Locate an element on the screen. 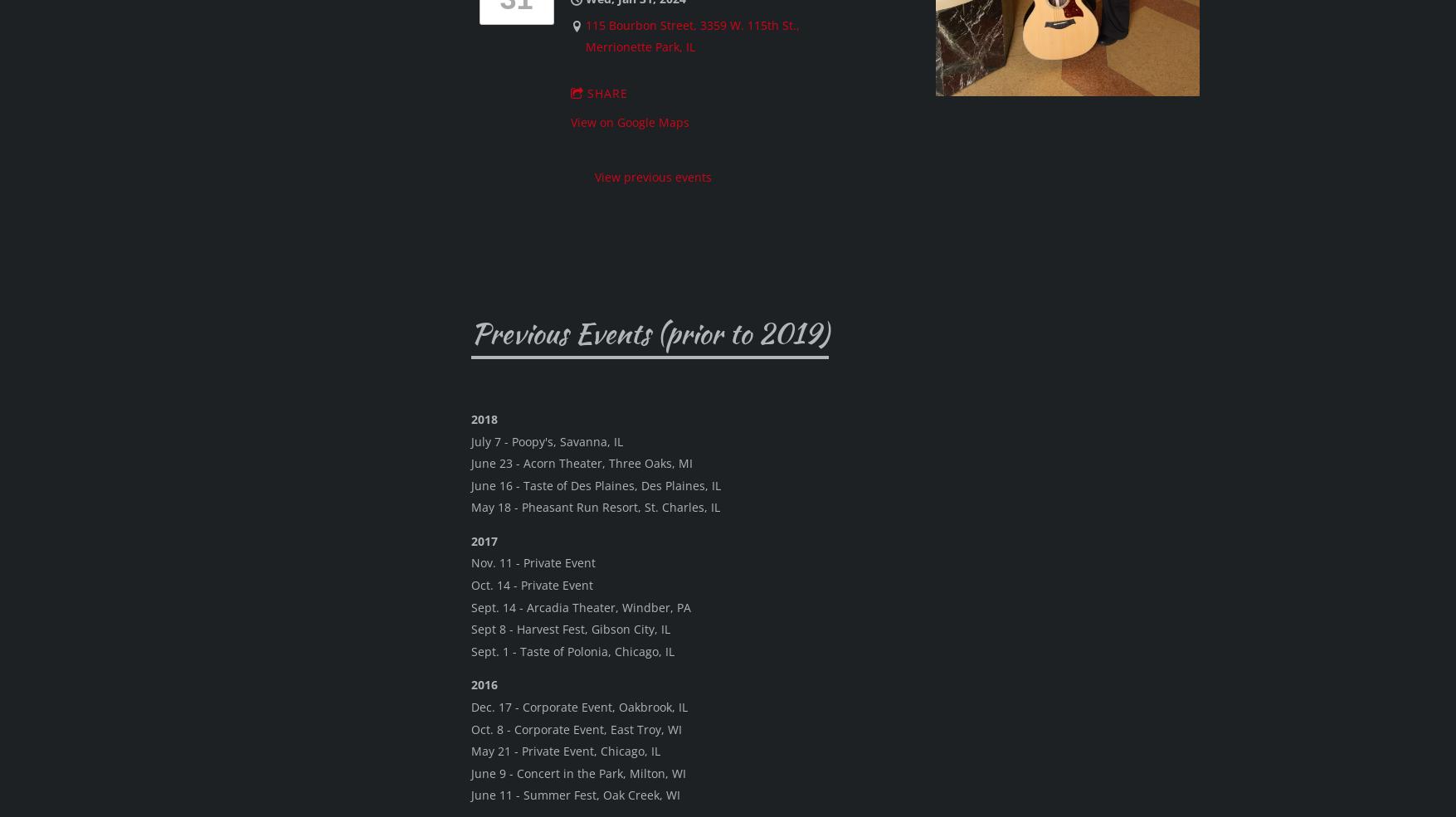 This screenshot has width=1456, height=817. 'Northbrook Days, Northbrook, IL' is located at coordinates (606, 646).